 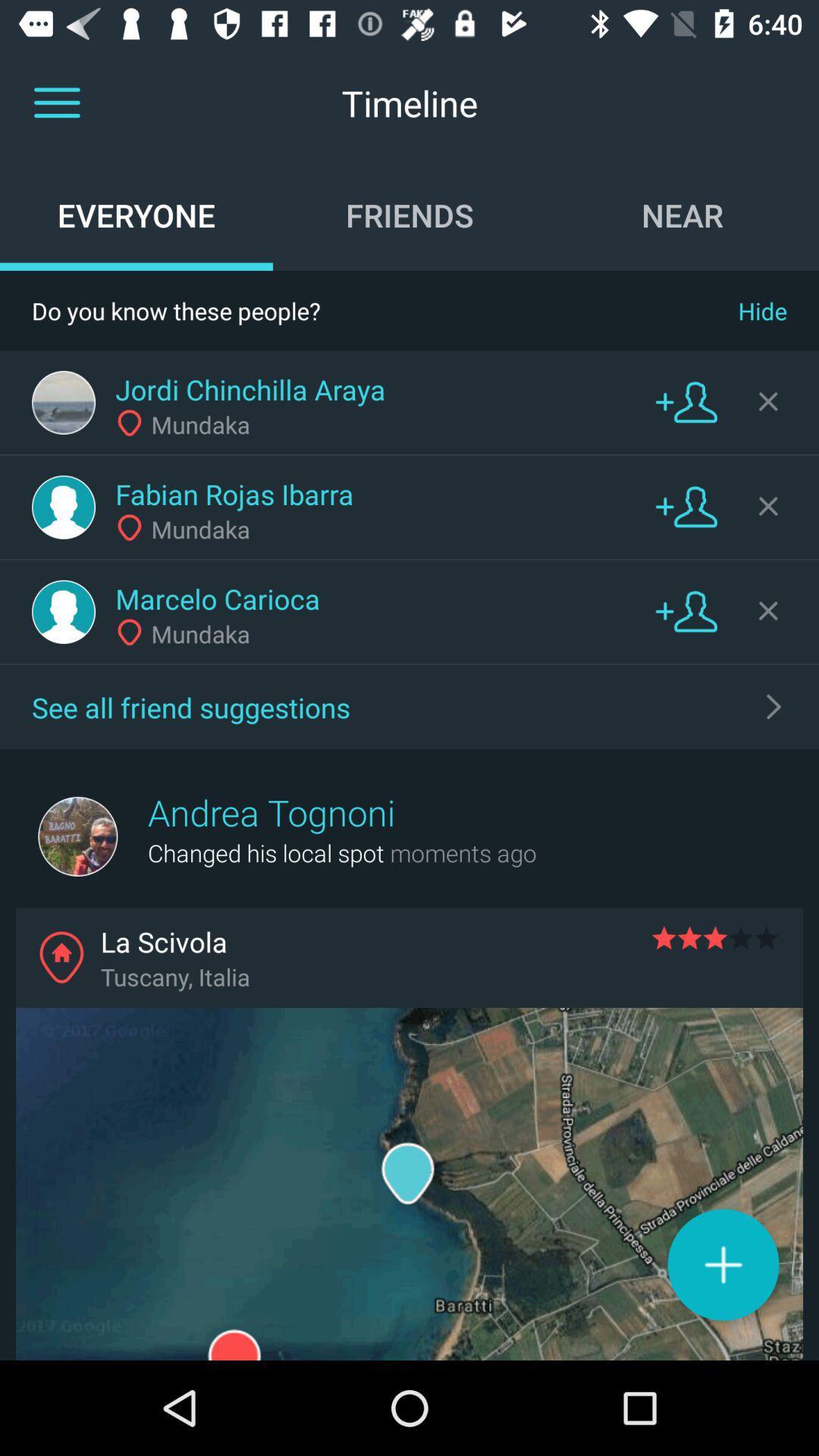 I want to click on as friend, so click(x=686, y=506).